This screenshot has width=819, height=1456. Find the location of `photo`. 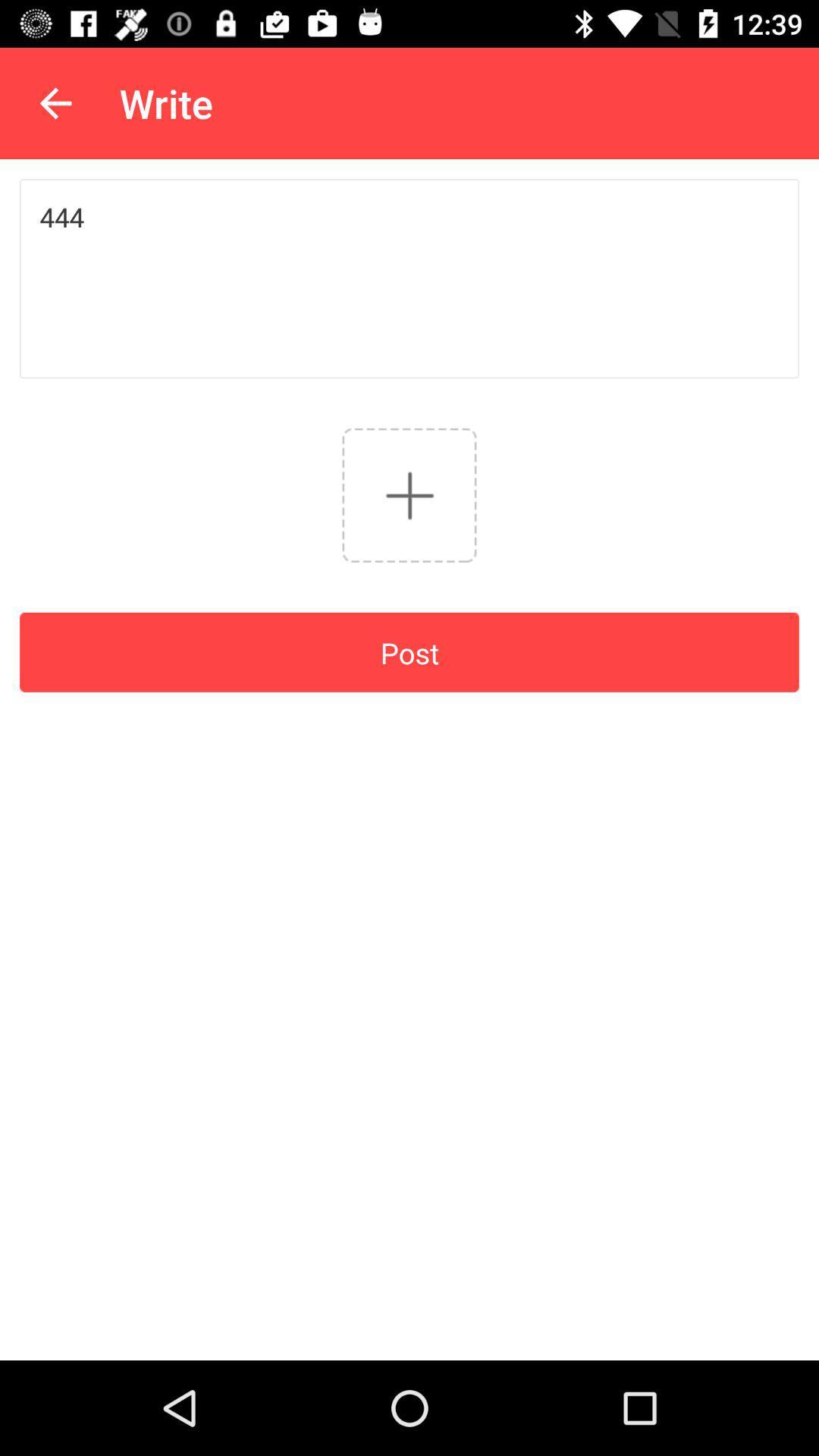

photo is located at coordinates (409, 495).